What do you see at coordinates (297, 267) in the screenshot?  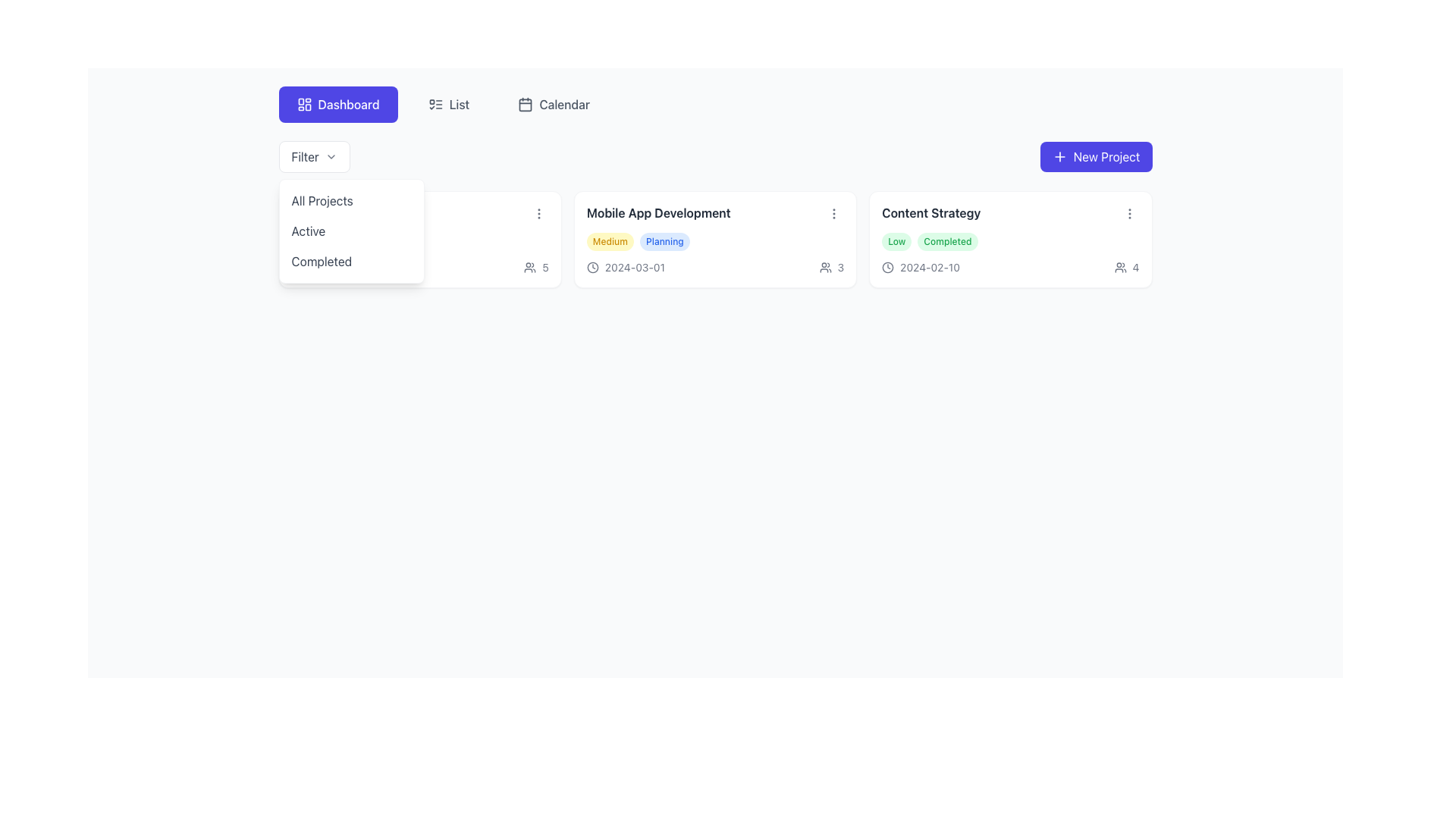 I see `the circular SVG graphical element next to the 'Completed' option in the dropdown list` at bounding box center [297, 267].